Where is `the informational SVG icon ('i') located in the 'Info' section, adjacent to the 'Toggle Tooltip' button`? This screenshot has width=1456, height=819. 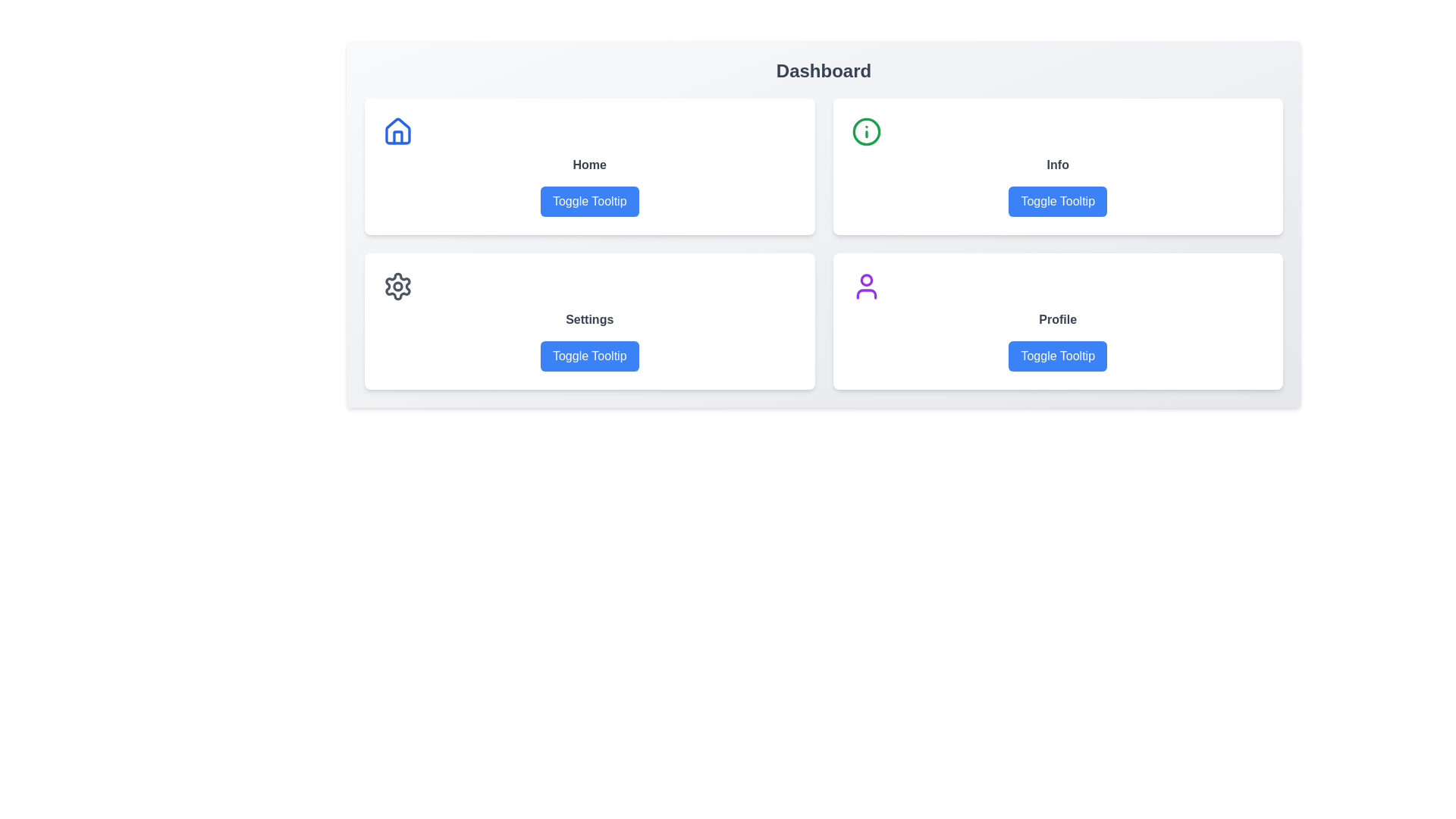
the informational SVG icon ('i') located in the 'Info' section, adjacent to the 'Toggle Tooltip' button is located at coordinates (866, 130).